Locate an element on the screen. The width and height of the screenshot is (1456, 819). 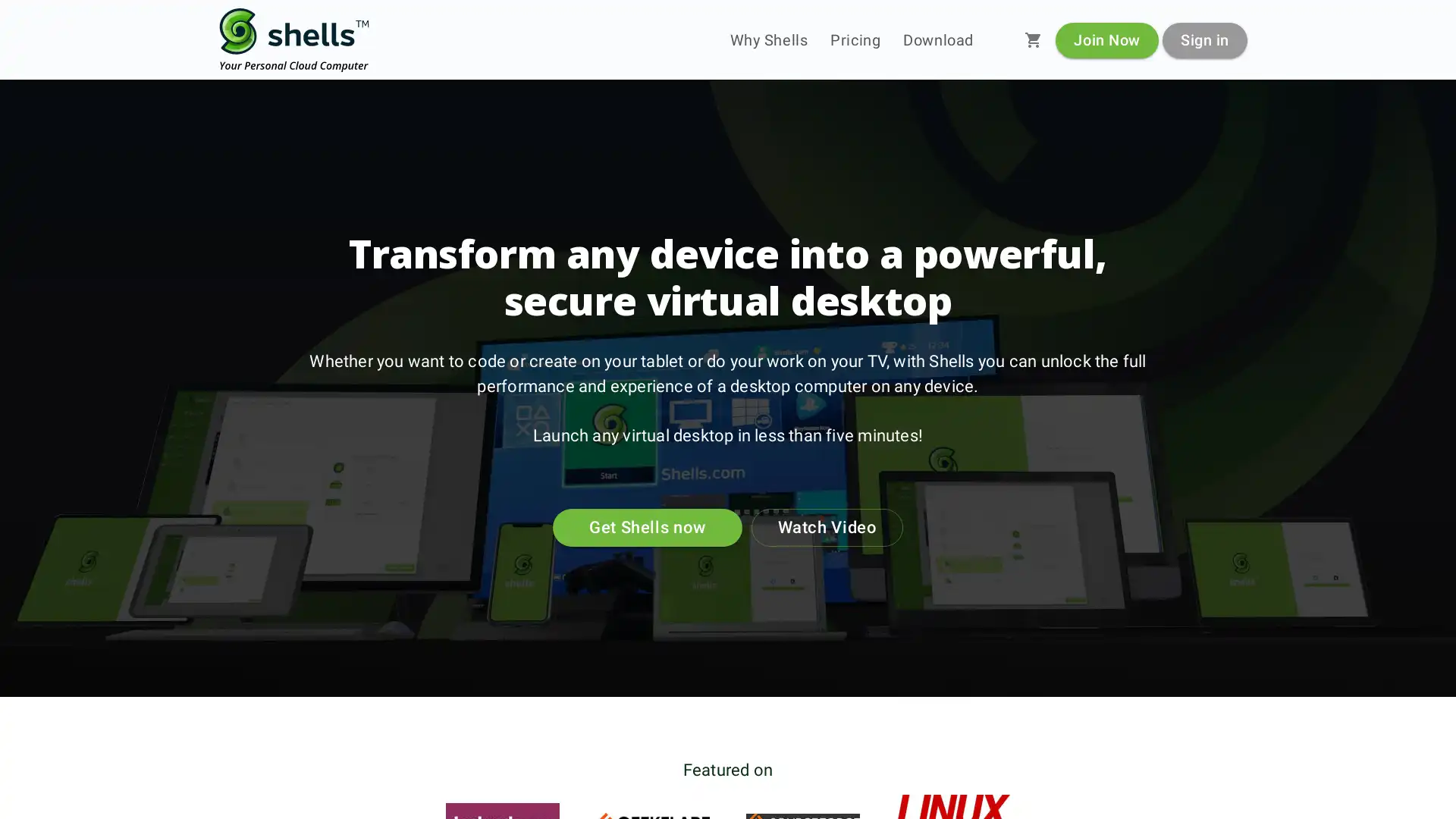
Join Now is located at coordinates (1106, 39).